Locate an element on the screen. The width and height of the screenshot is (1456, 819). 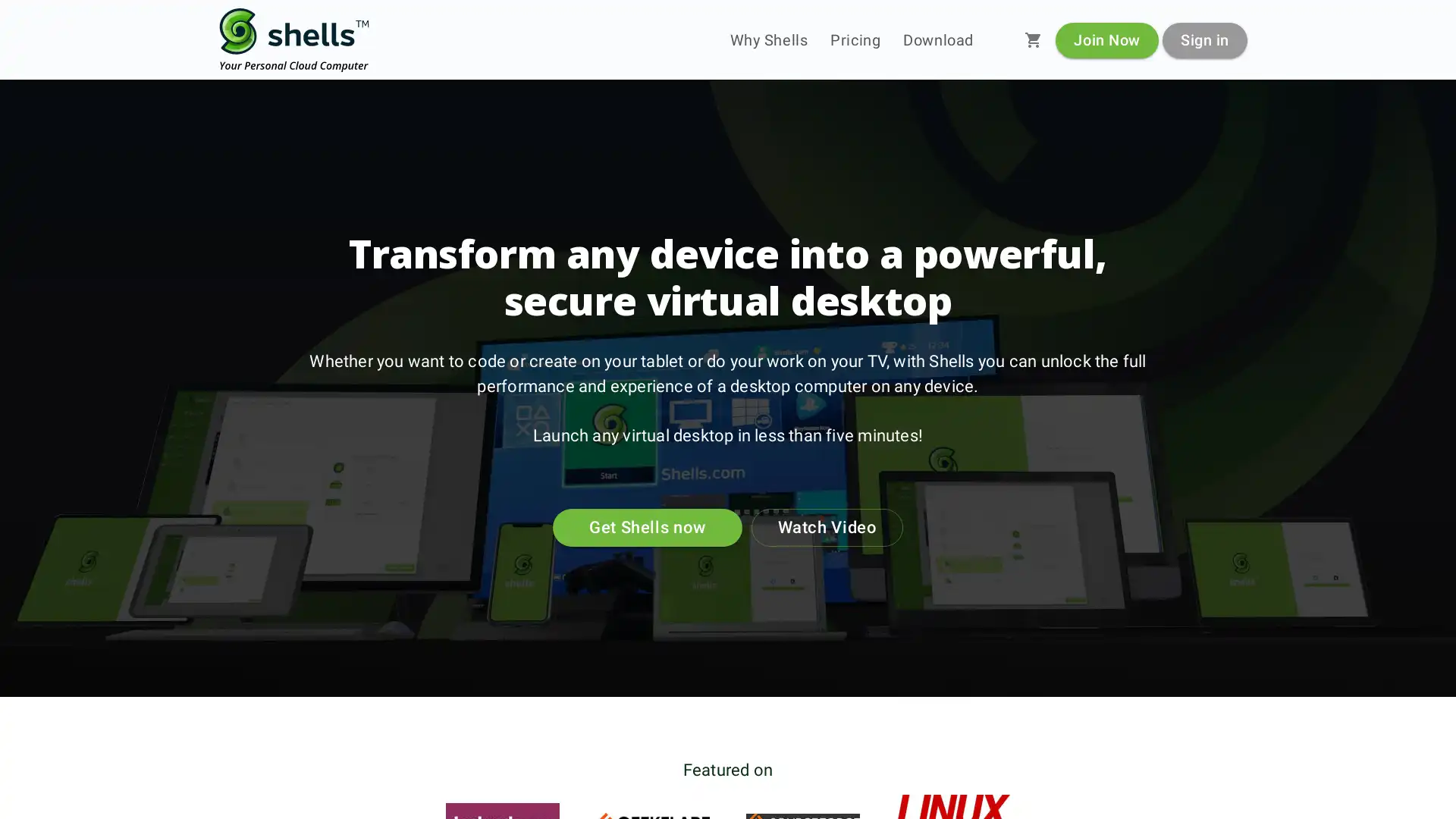
Join Now is located at coordinates (1106, 39).